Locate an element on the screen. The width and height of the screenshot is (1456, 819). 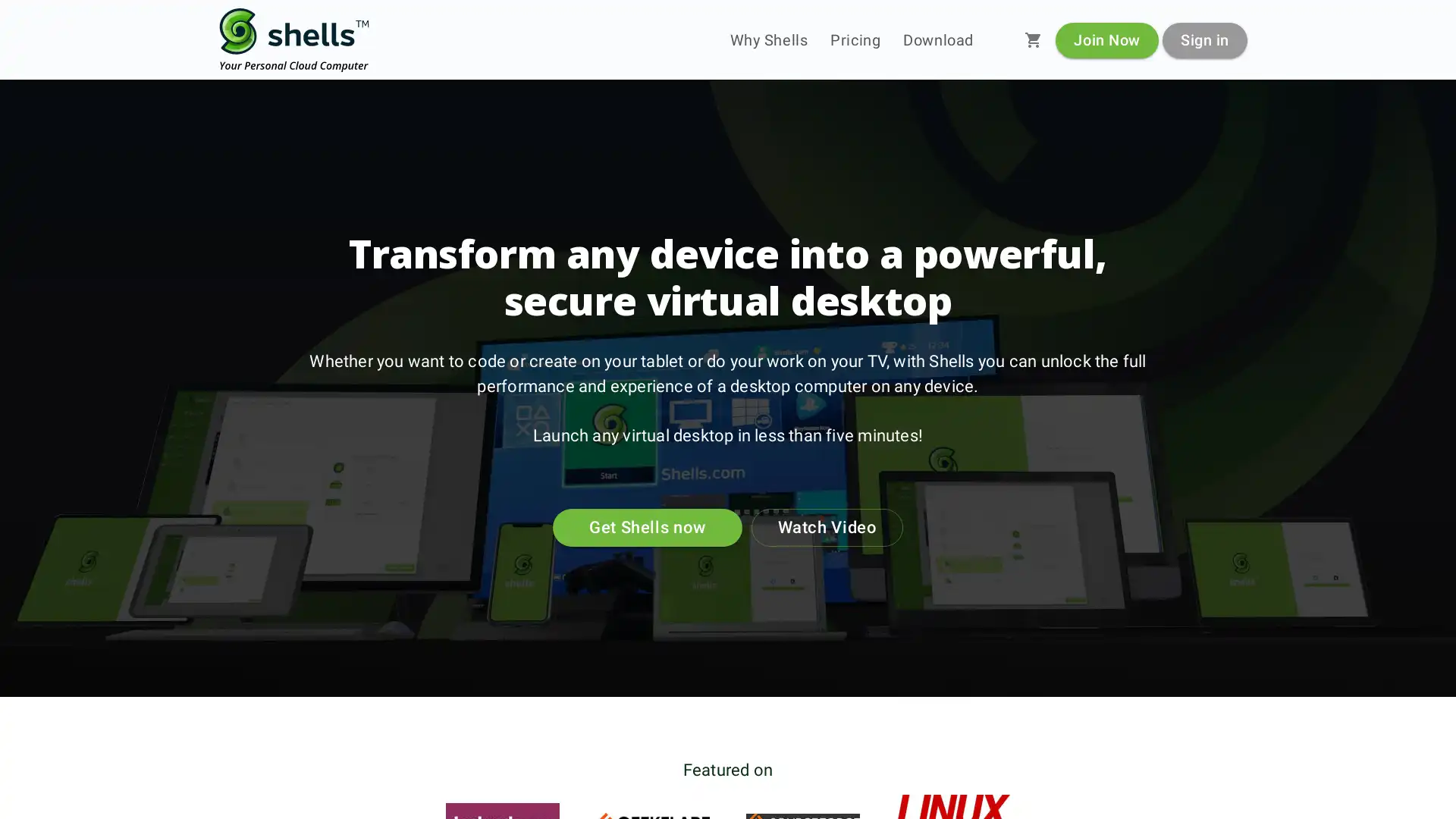
Join Now is located at coordinates (1106, 39).